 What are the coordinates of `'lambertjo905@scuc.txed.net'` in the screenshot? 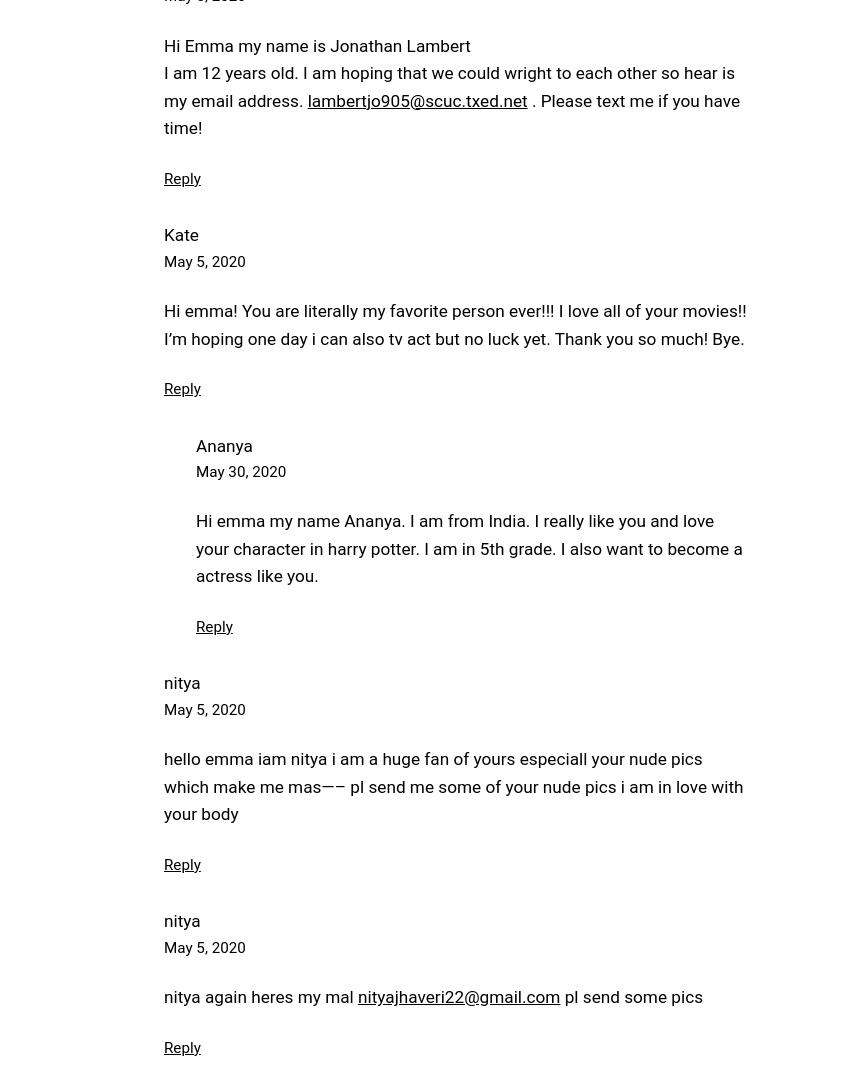 It's located at (417, 99).